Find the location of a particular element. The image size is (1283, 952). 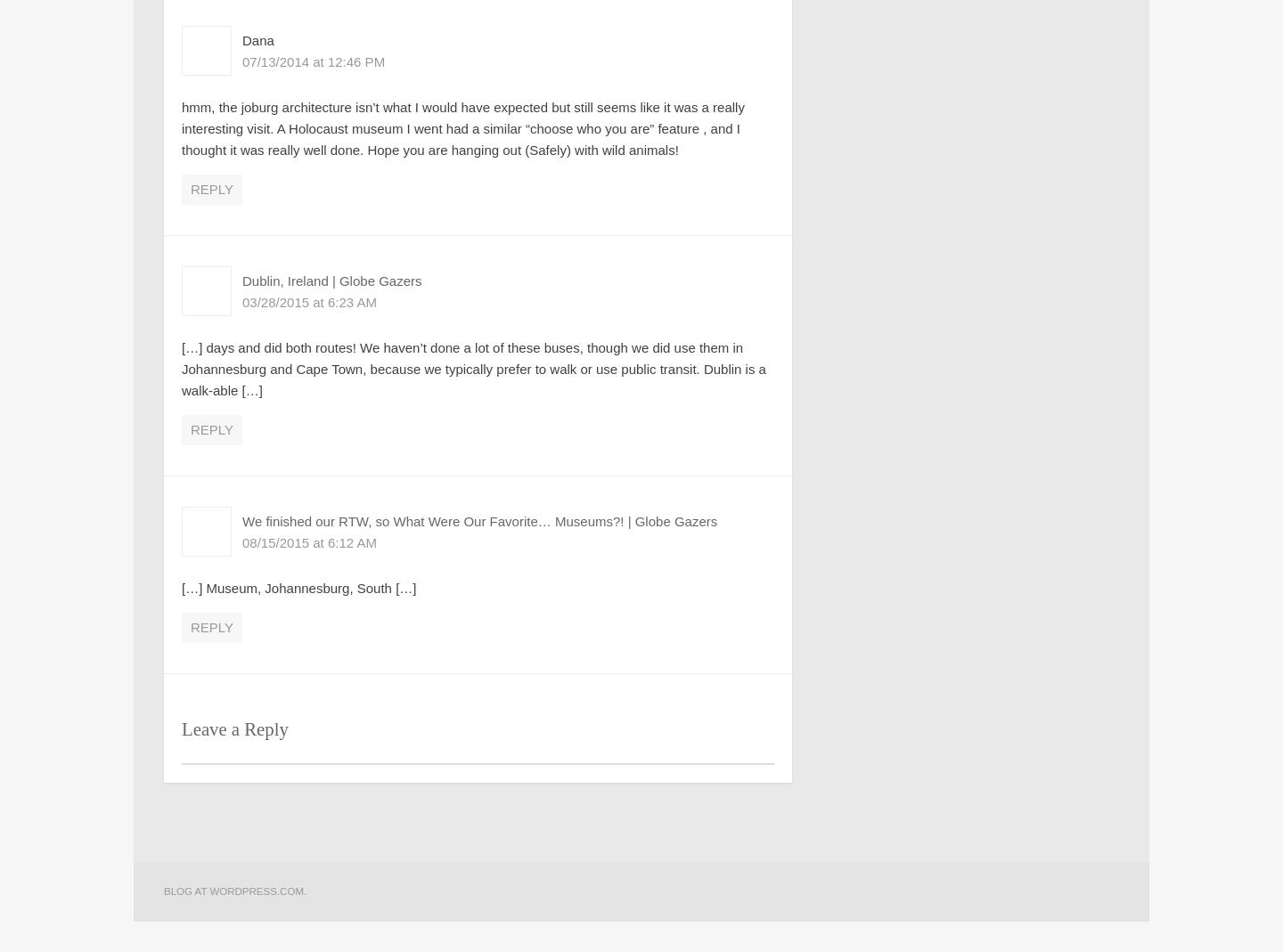

'[…] days and did both routes! We haven’t done a lot of these buses, though we did use them in Johannesburg and Cape Town, because we typically prefer to walk or use public transit. Dublin is a walk-able […]' is located at coordinates (472, 369).